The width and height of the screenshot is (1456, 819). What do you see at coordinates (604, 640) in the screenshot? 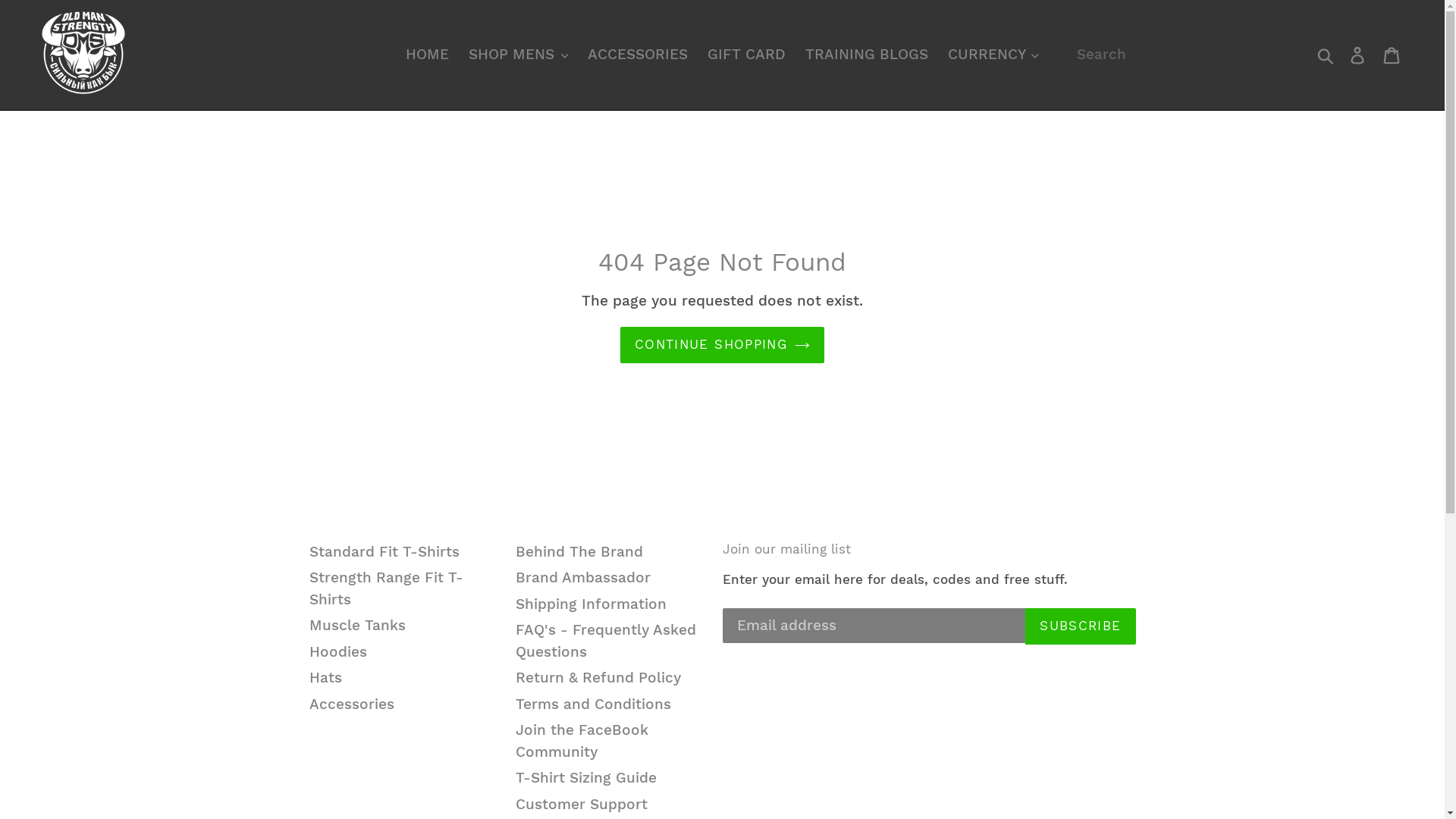
I see `'FAQ's - Frequently Asked Questions'` at bounding box center [604, 640].